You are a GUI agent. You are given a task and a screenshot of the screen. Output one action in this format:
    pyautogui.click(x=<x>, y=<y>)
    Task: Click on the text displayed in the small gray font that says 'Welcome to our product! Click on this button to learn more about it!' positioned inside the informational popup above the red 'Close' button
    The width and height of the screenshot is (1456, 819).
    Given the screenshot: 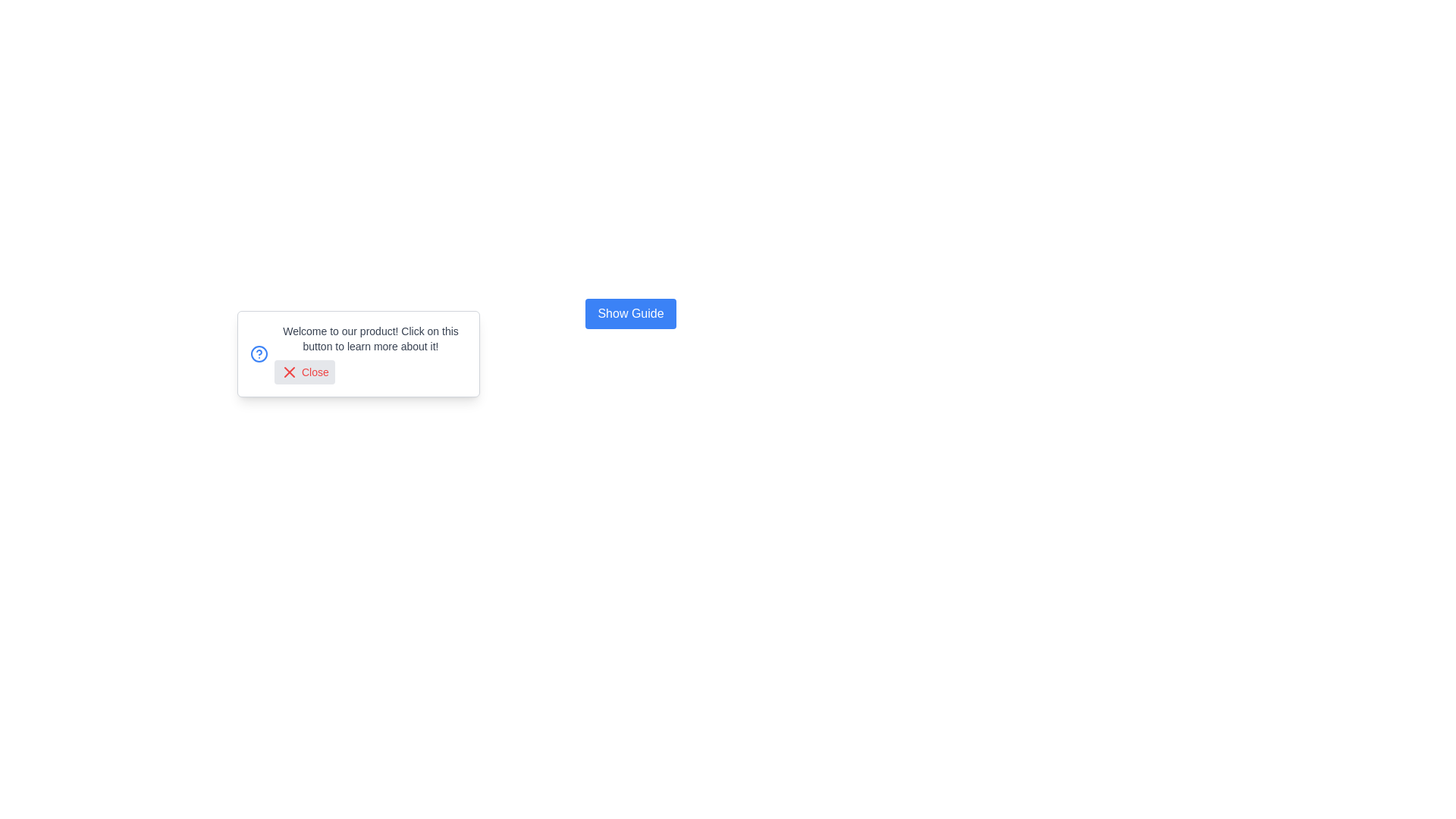 What is the action you would take?
    pyautogui.click(x=371, y=338)
    